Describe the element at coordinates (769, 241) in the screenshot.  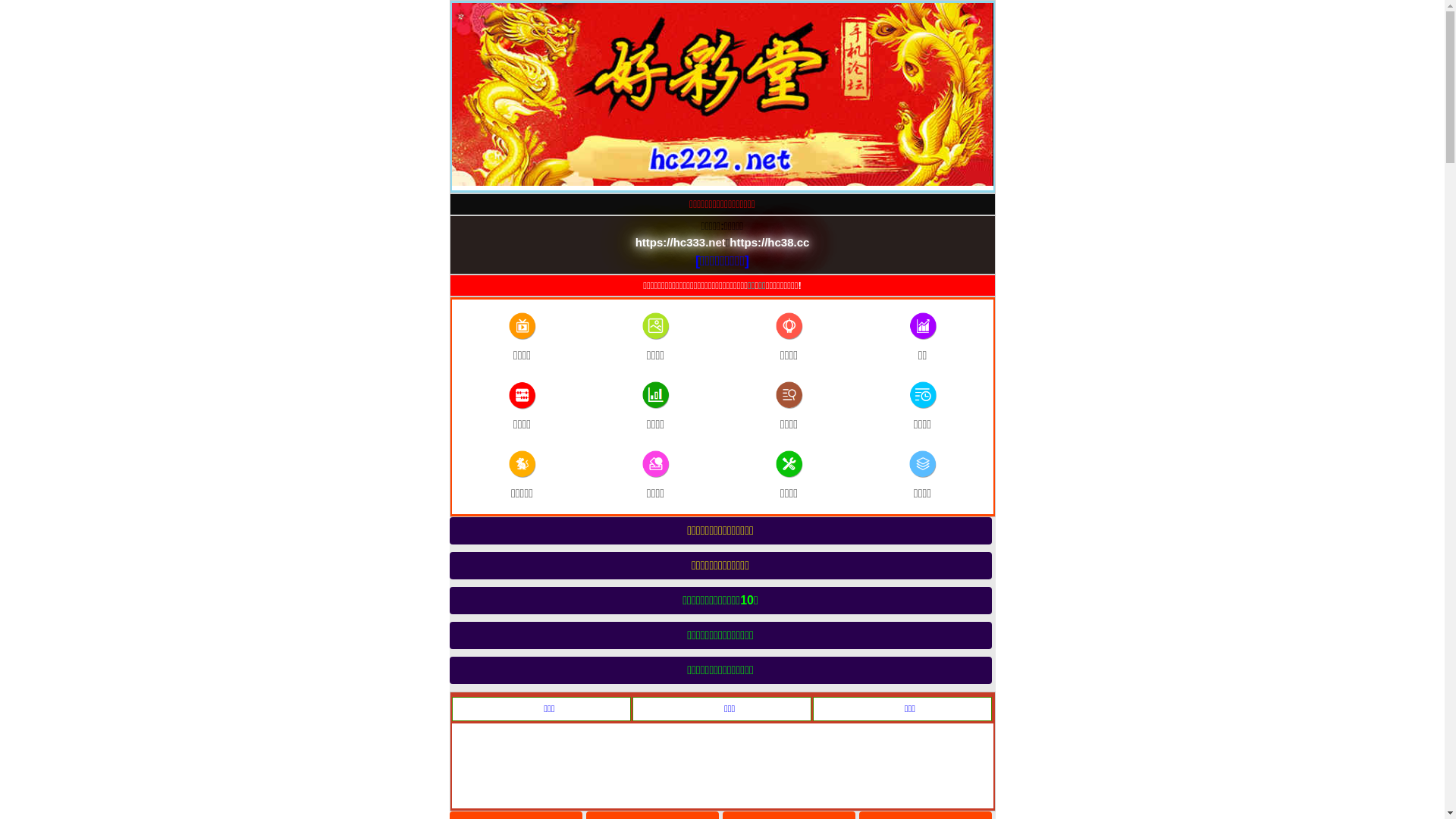
I see `'https://hc38.cc'` at that location.